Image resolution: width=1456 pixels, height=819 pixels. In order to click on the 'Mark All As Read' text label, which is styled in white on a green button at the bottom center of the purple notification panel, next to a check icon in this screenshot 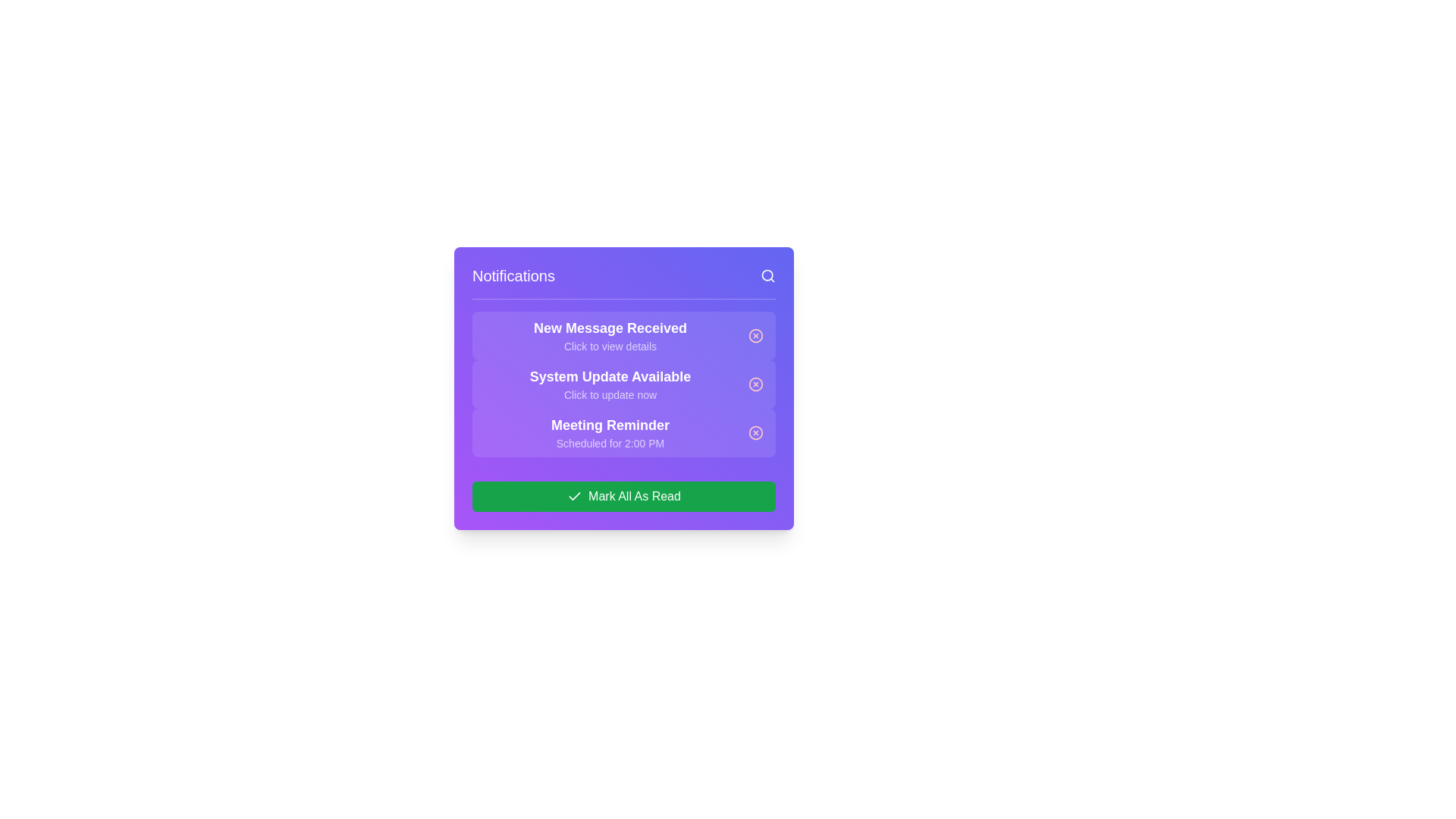, I will do `click(634, 497)`.